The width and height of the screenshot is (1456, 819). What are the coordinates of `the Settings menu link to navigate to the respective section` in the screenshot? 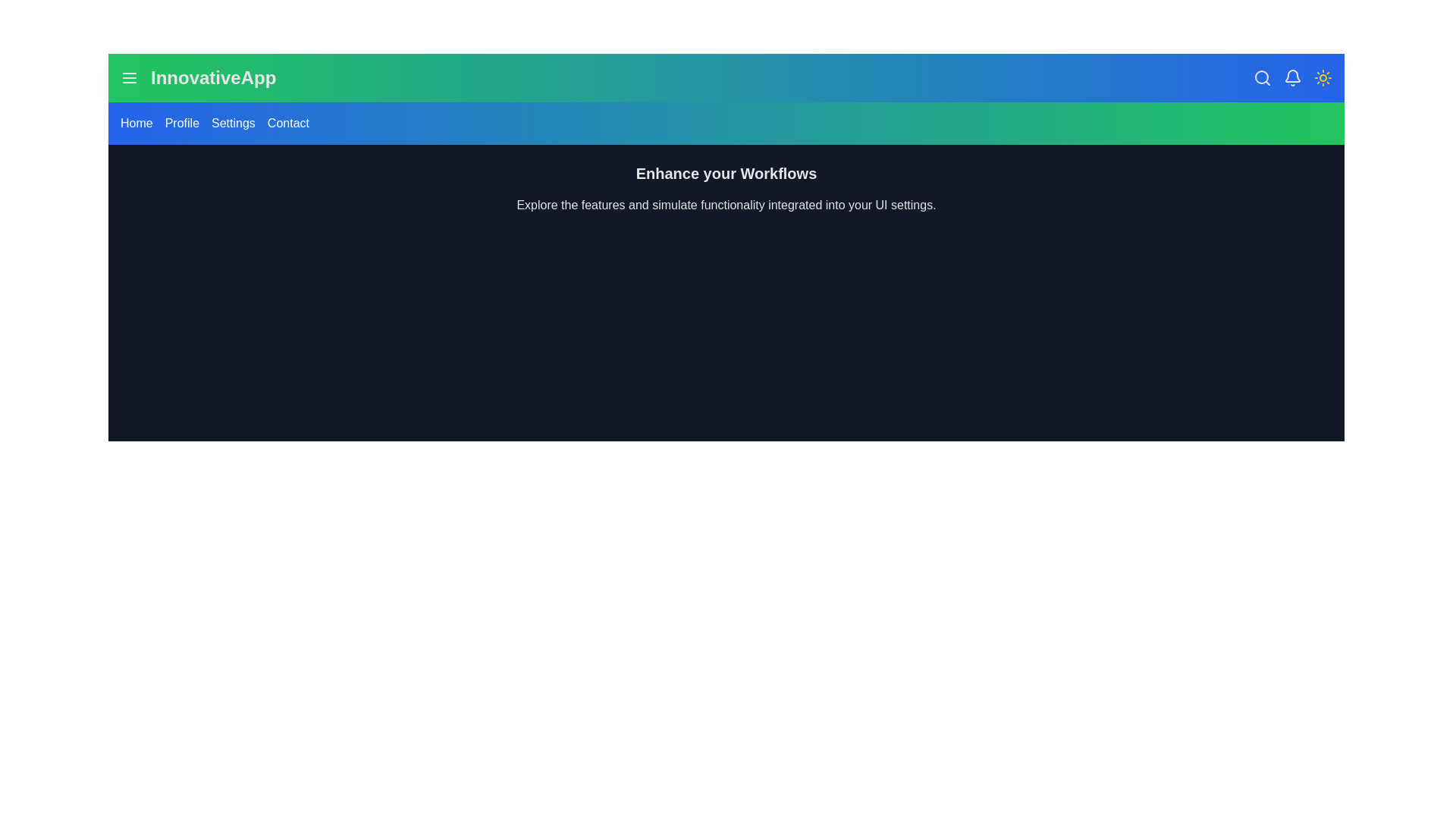 It's located at (232, 122).